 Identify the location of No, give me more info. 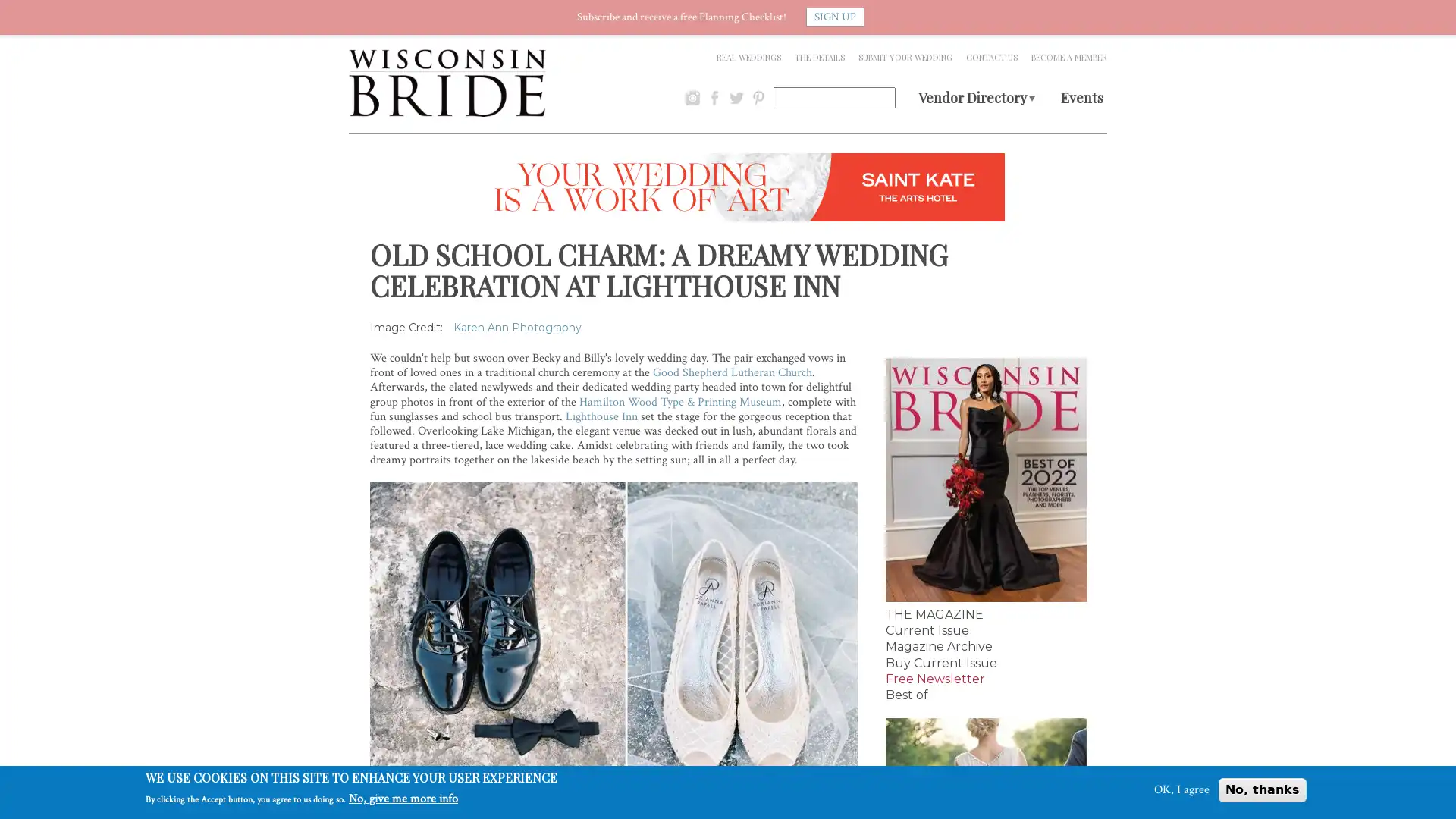
(403, 798).